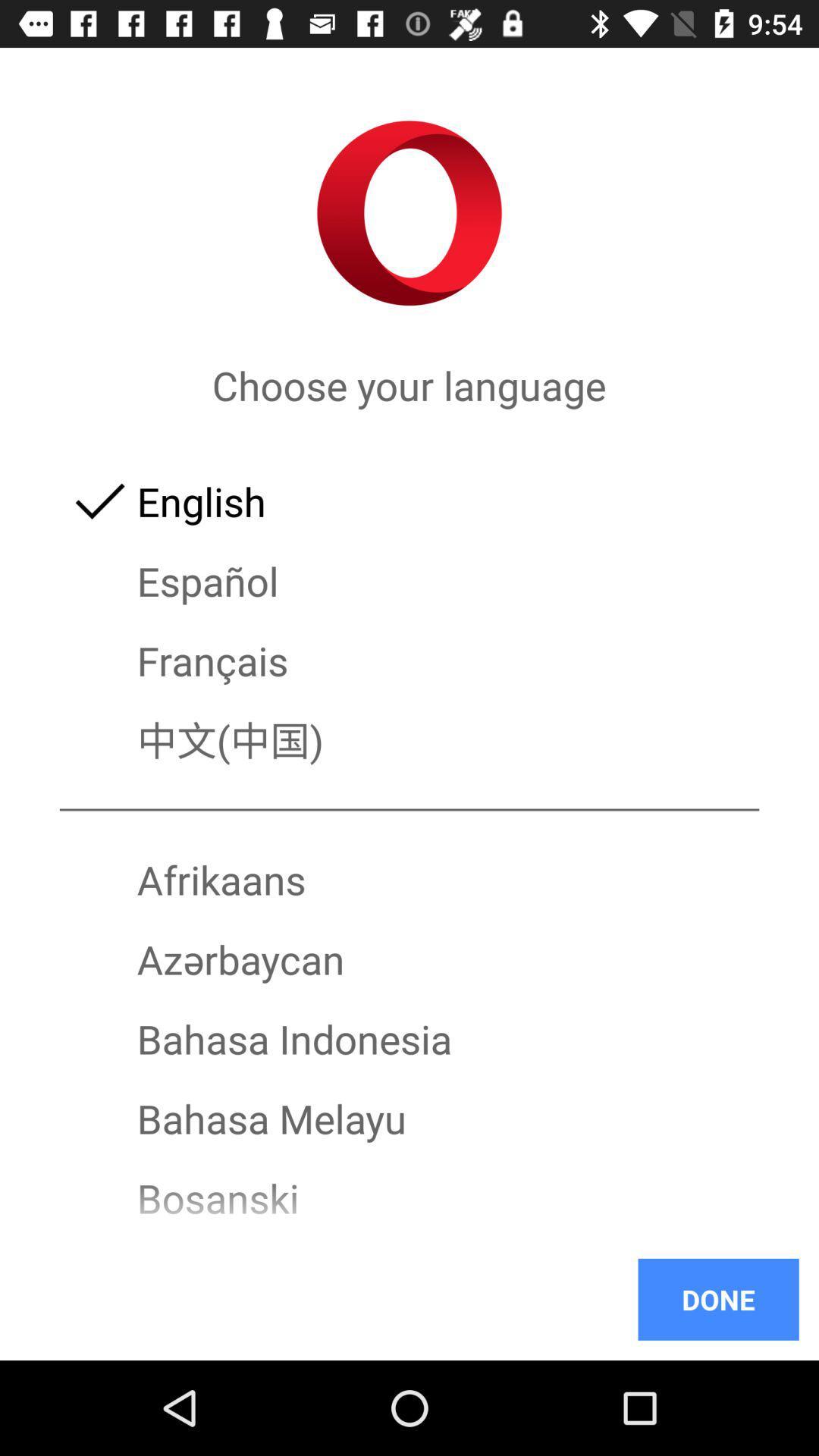 The height and width of the screenshot is (1456, 819). Describe the element at coordinates (409, 1119) in the screenshot. I see `item below the bahasa indonesia icon` at that location.